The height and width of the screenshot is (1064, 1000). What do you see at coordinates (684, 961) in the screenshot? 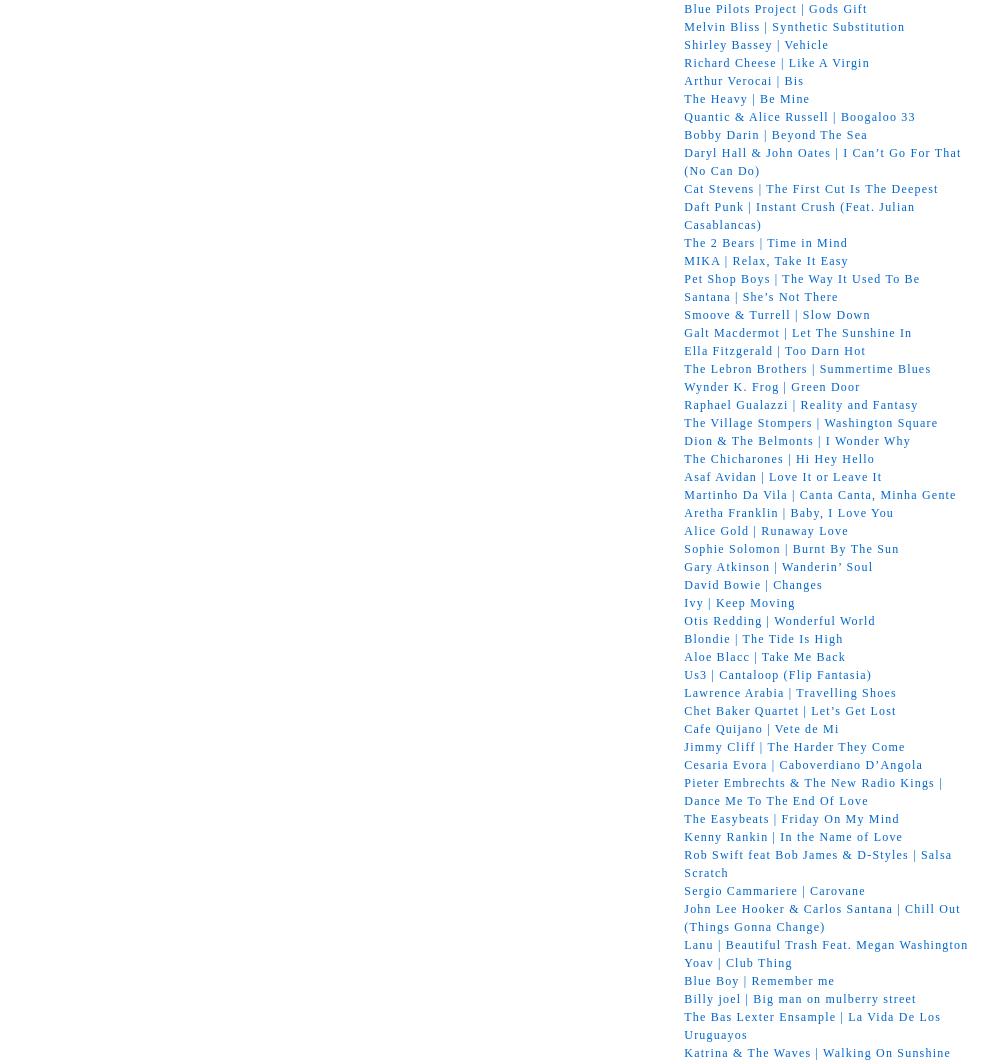
I see `'Yoav | Club Thing'` at bounding box center [684, 961].